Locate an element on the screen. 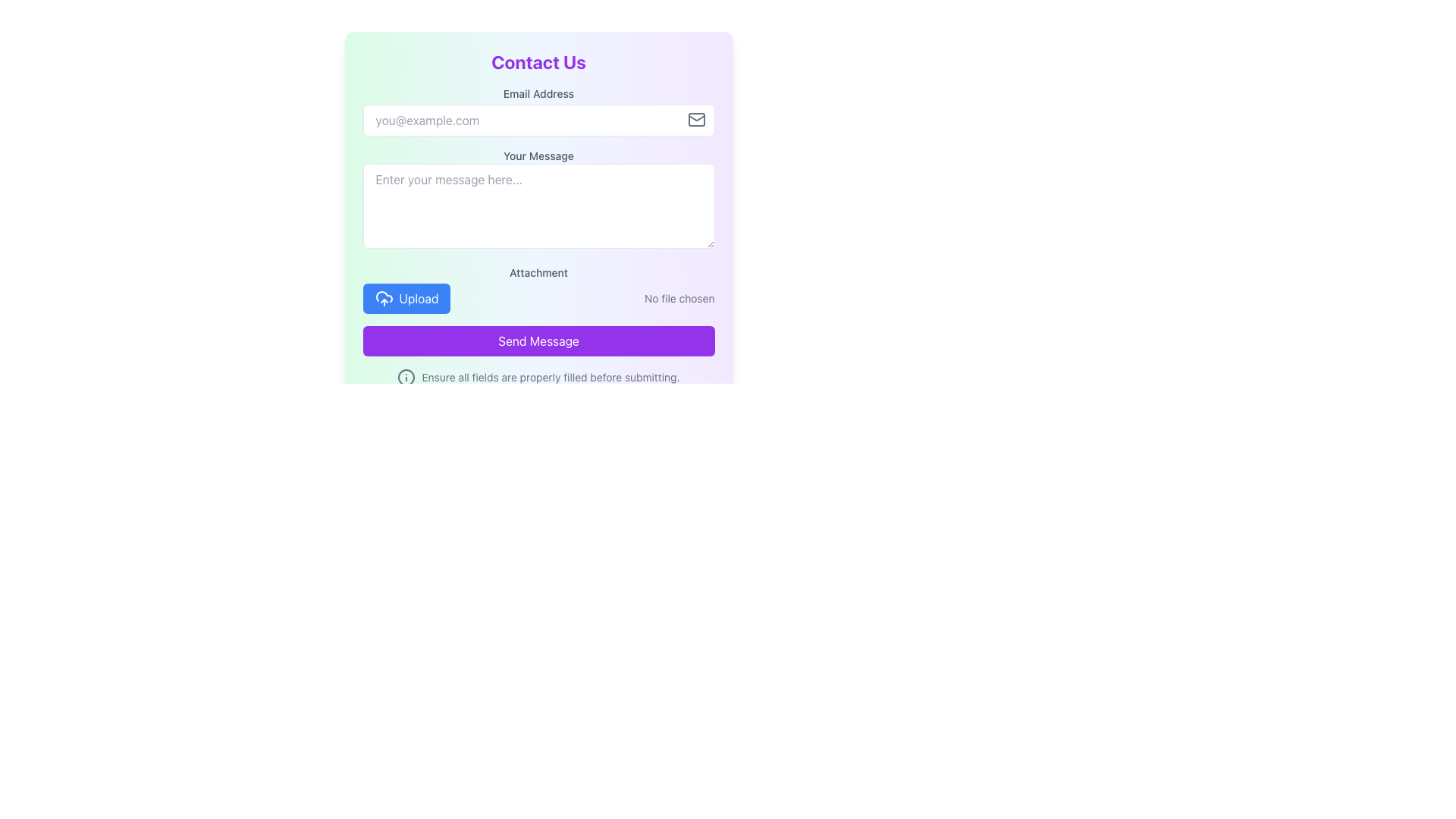 This screenshot has height=819, width=1456. the minimalist outline mail icon located on the right side of the 'Email Address' input field is located at coordinates (695, 119).